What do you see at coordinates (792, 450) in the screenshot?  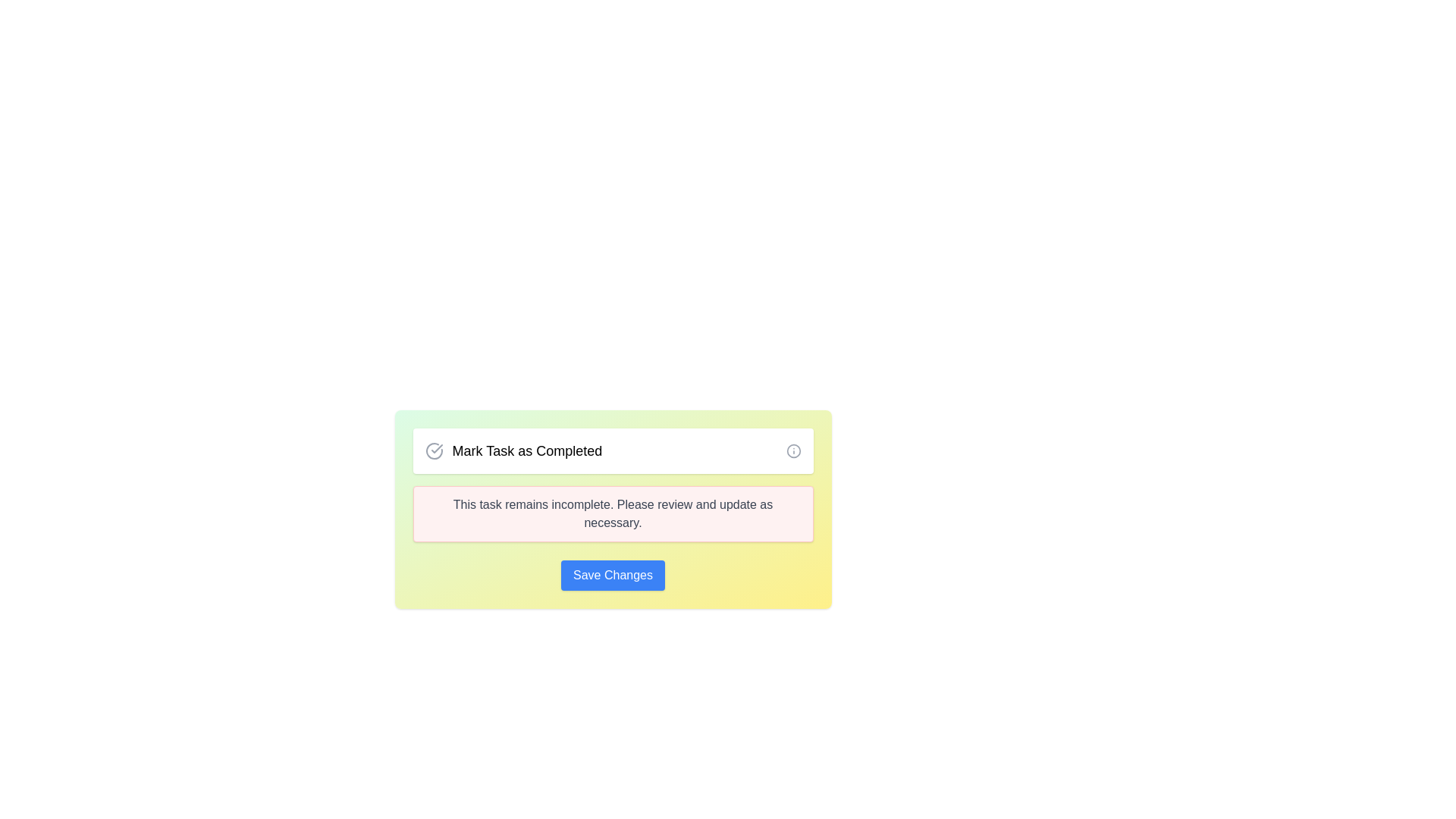 I see `the circular Information Icon with a gray color and an 'i' symbol, located on the rightmost side of the 'Mark Task as Completed' component` at bounding box center [792, 450].